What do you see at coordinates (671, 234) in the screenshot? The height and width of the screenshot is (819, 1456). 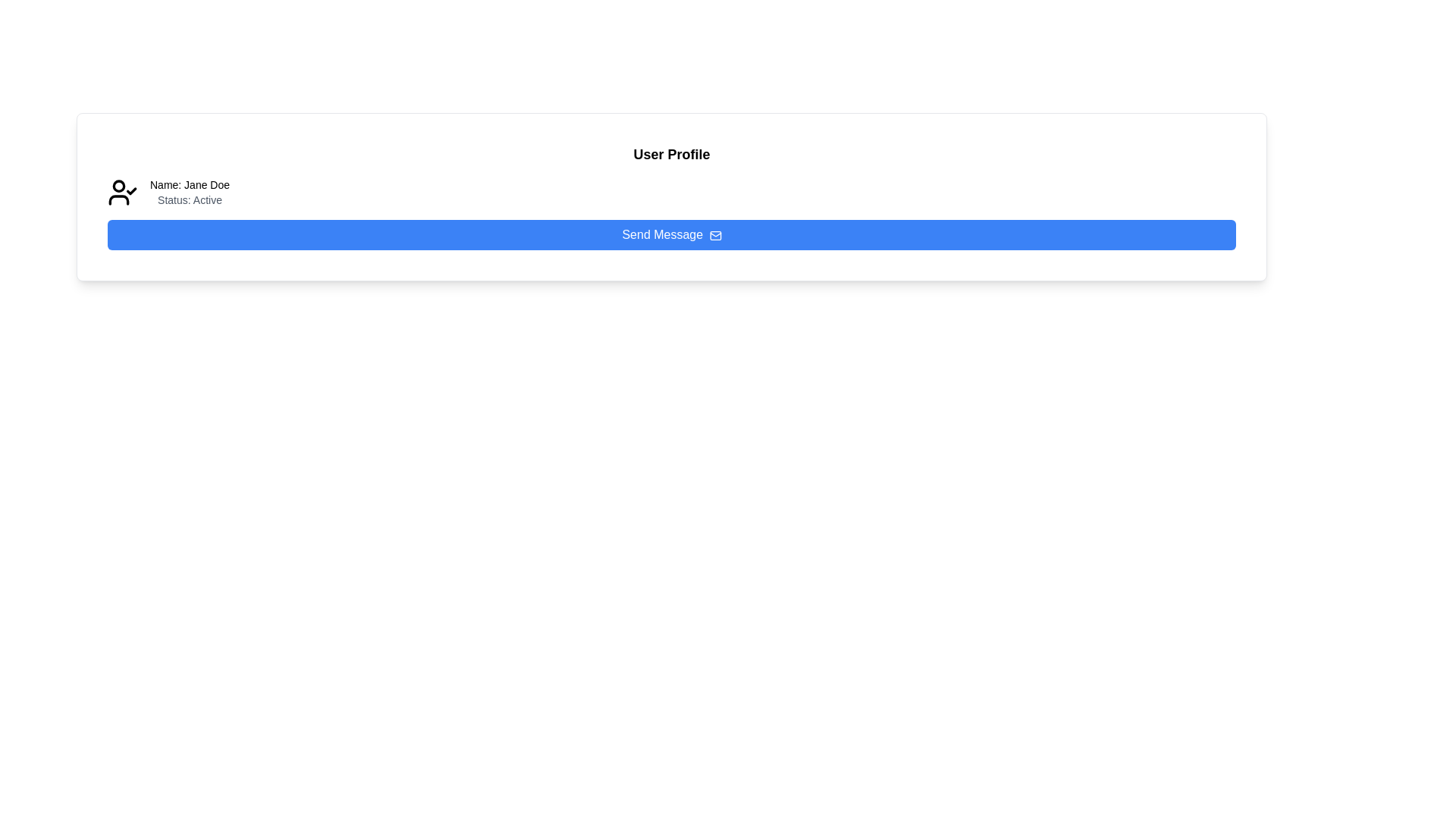 I see `the message sending button located in the 'User Profile' section below the status information for 'Jane Doe'` at bounding box center [671, 234].